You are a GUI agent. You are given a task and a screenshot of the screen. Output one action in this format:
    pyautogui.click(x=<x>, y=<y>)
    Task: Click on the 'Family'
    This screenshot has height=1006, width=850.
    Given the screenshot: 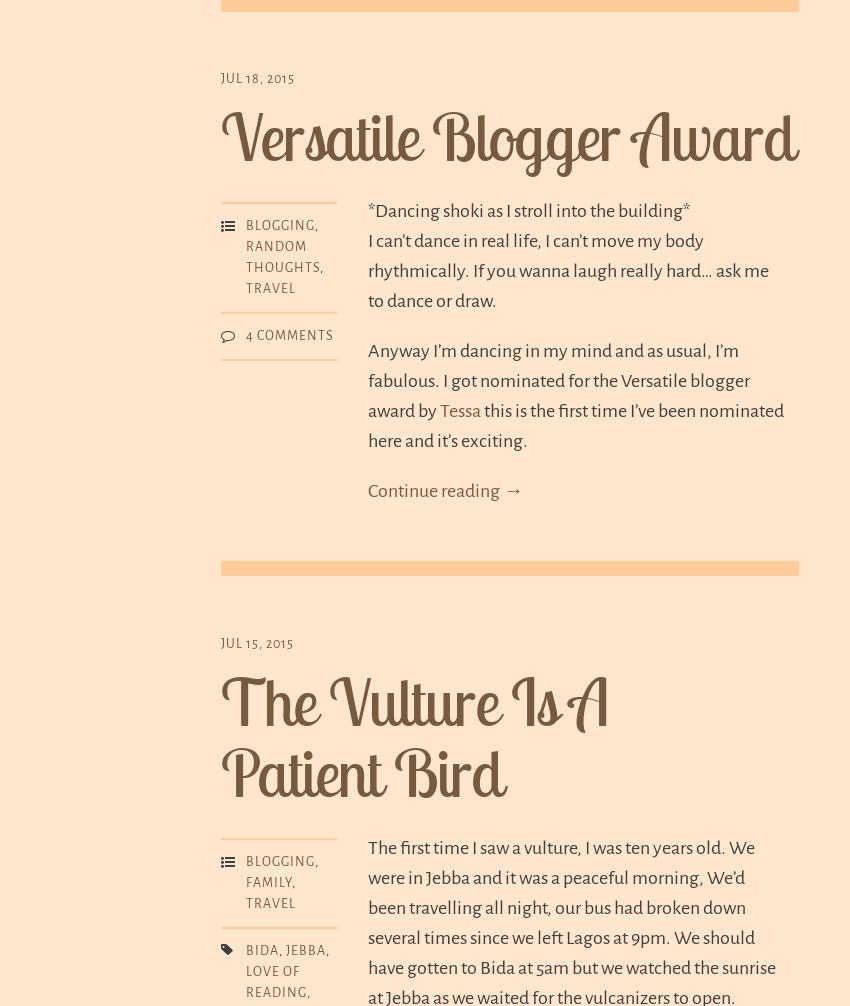 What is the action you would take?
    pyautogui.click(x=268, y=881)
    